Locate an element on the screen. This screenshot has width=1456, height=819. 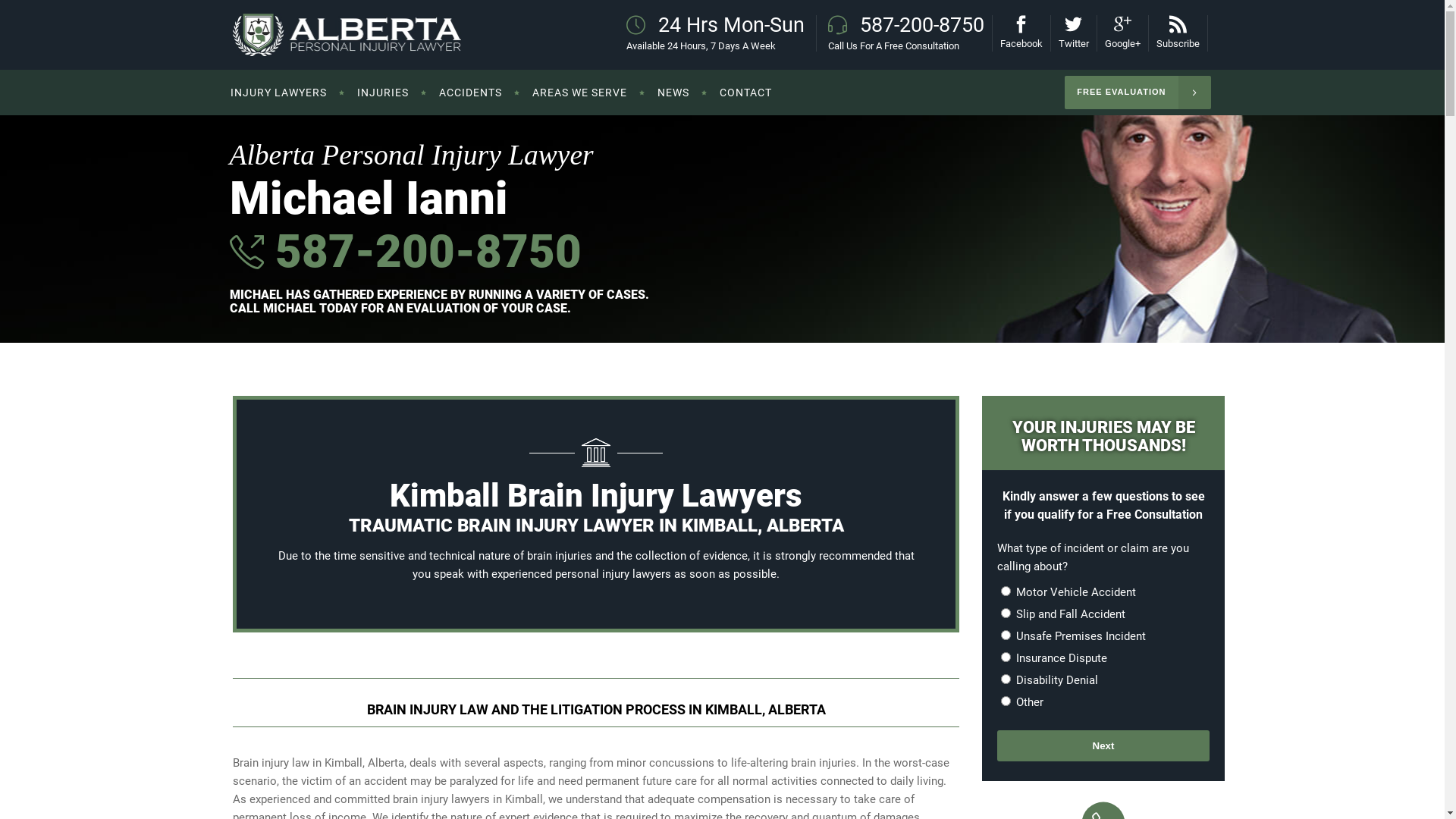
'AREAS WE SERVE' is located at coordinates (579, 93).